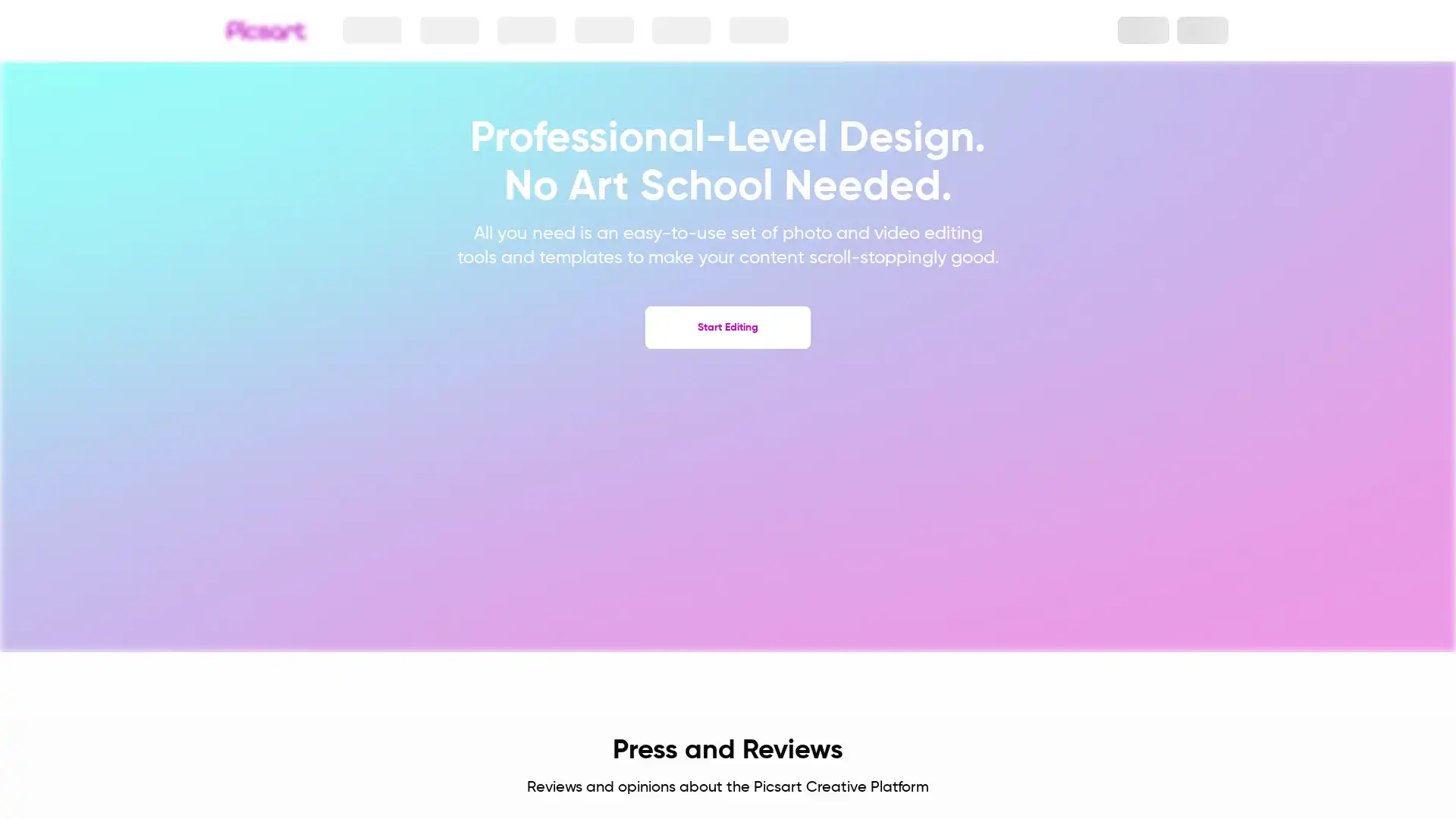 The width and height of the screenshot is (1456, 819). Describe the element at coordinates (1135, 30) in the screenshot. I see `Log in` at that location.